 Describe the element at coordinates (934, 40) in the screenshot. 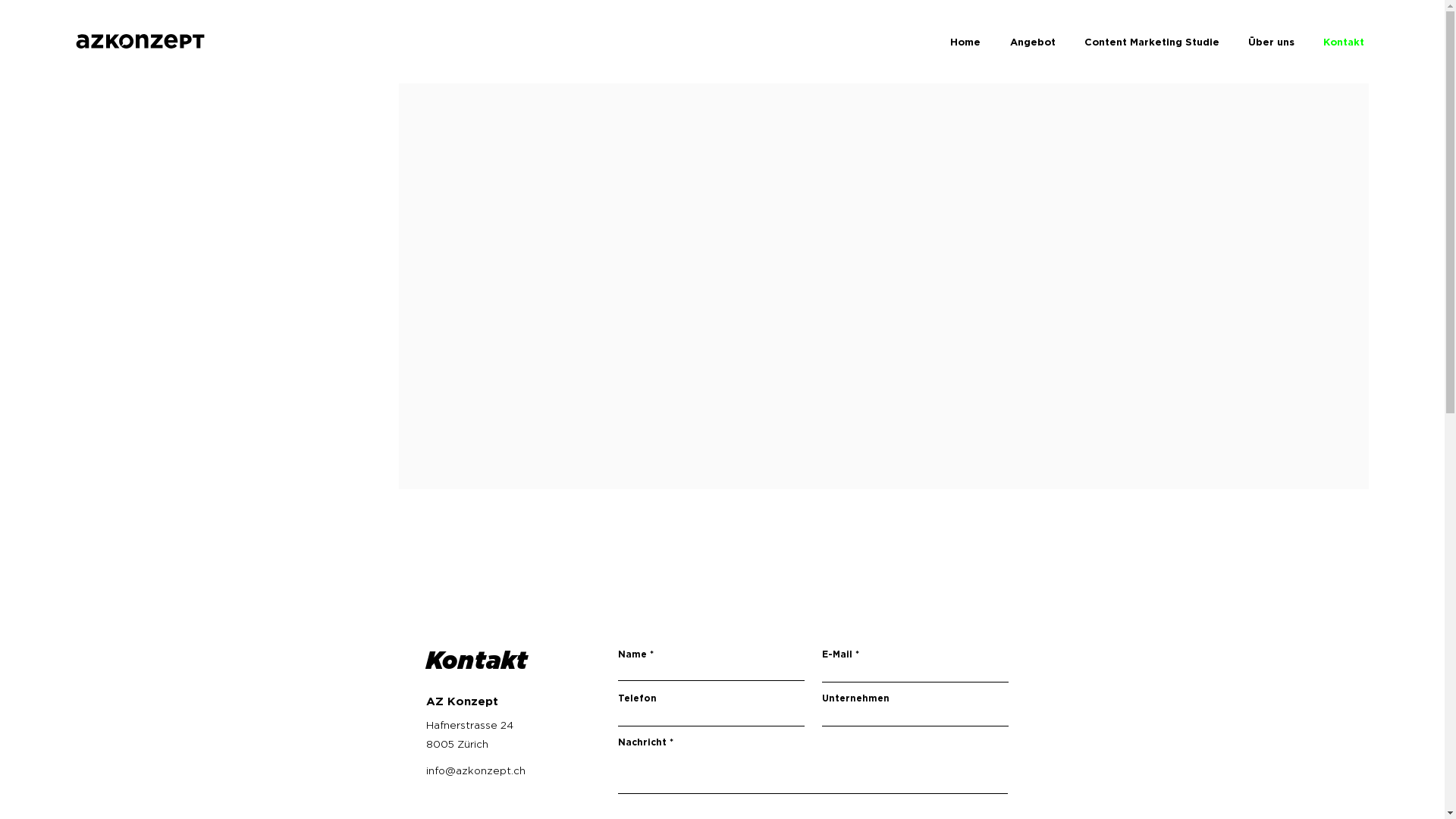

I see `'Home'` at that location.